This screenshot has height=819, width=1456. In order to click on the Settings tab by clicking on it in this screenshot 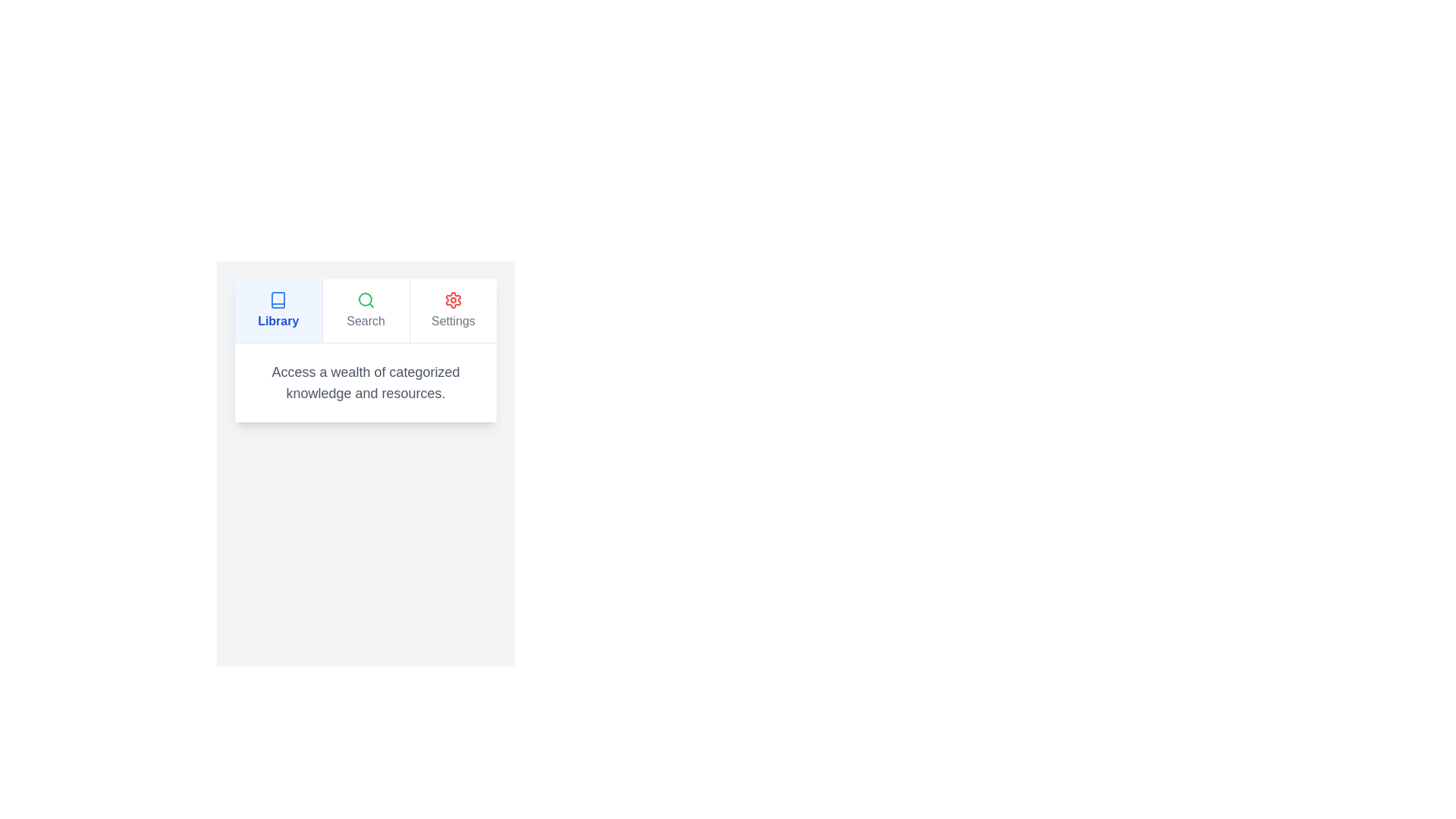, I will do `click(451, 309)`.